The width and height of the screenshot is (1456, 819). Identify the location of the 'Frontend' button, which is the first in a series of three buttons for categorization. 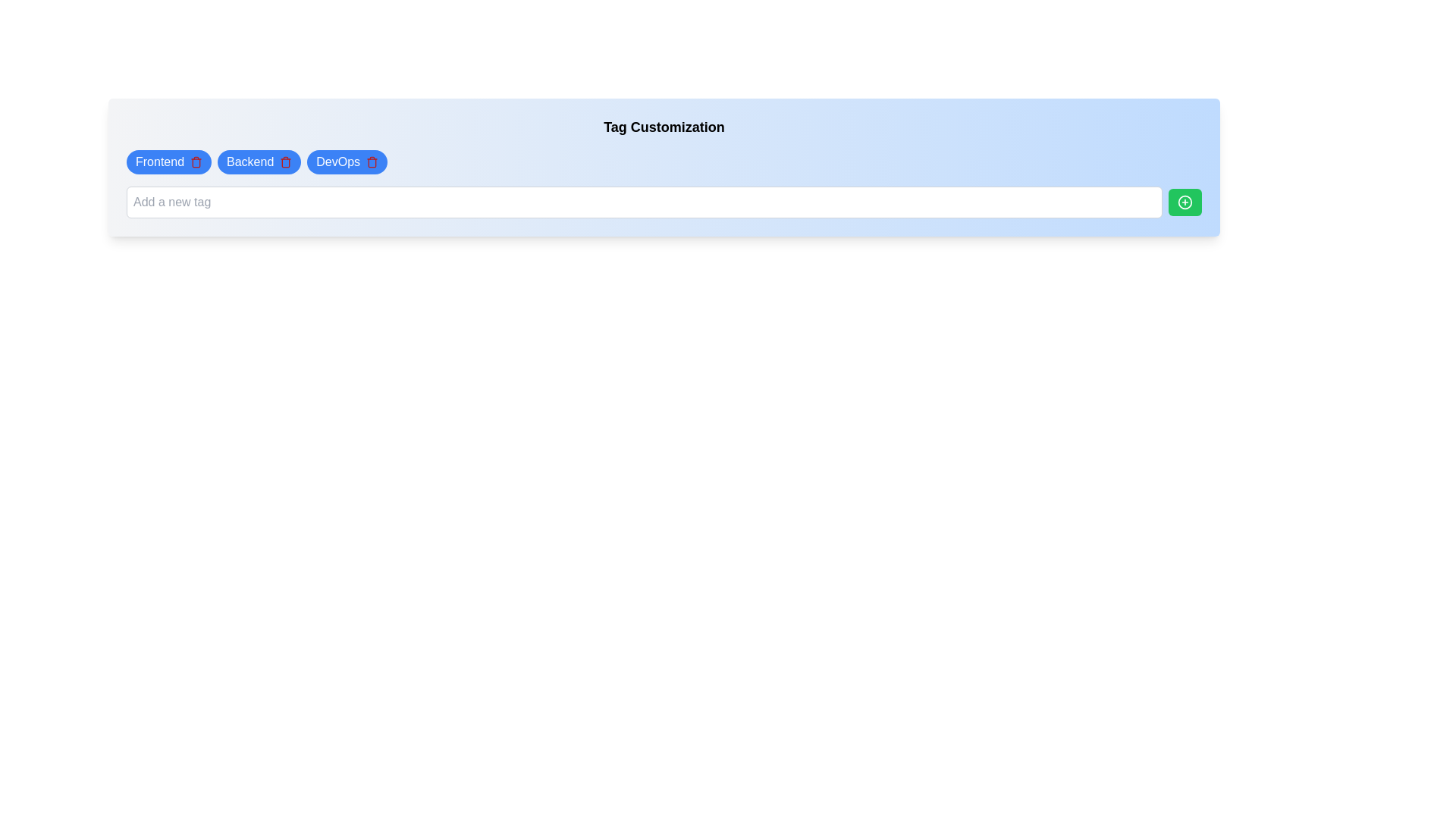
(169, 162).